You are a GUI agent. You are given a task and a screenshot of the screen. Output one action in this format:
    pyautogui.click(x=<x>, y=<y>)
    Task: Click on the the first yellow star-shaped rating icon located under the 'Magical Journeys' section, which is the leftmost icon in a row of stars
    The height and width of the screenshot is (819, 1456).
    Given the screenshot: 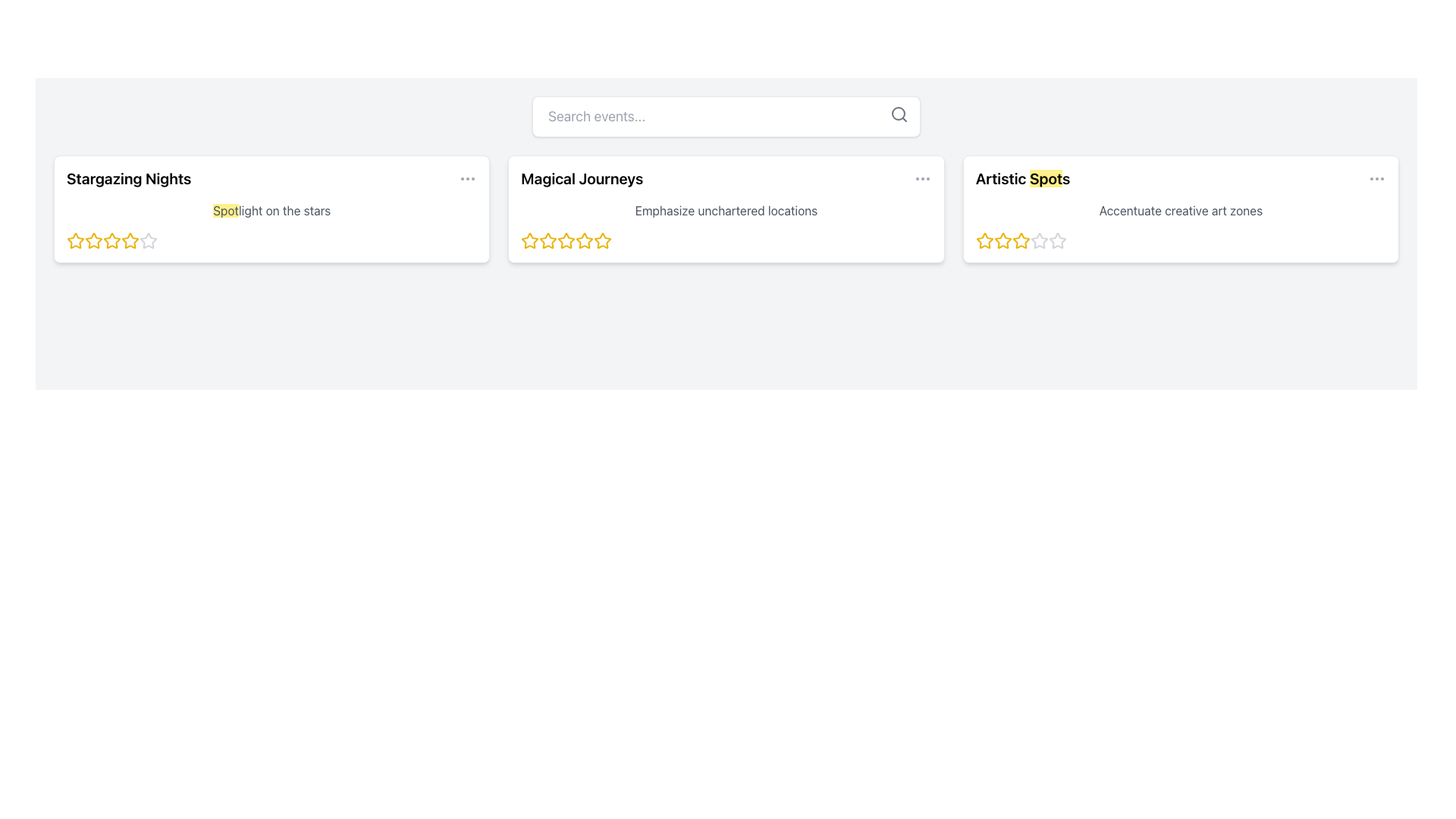 What is the action you would take?
    pyautogui.click(x=530, y=240)
    